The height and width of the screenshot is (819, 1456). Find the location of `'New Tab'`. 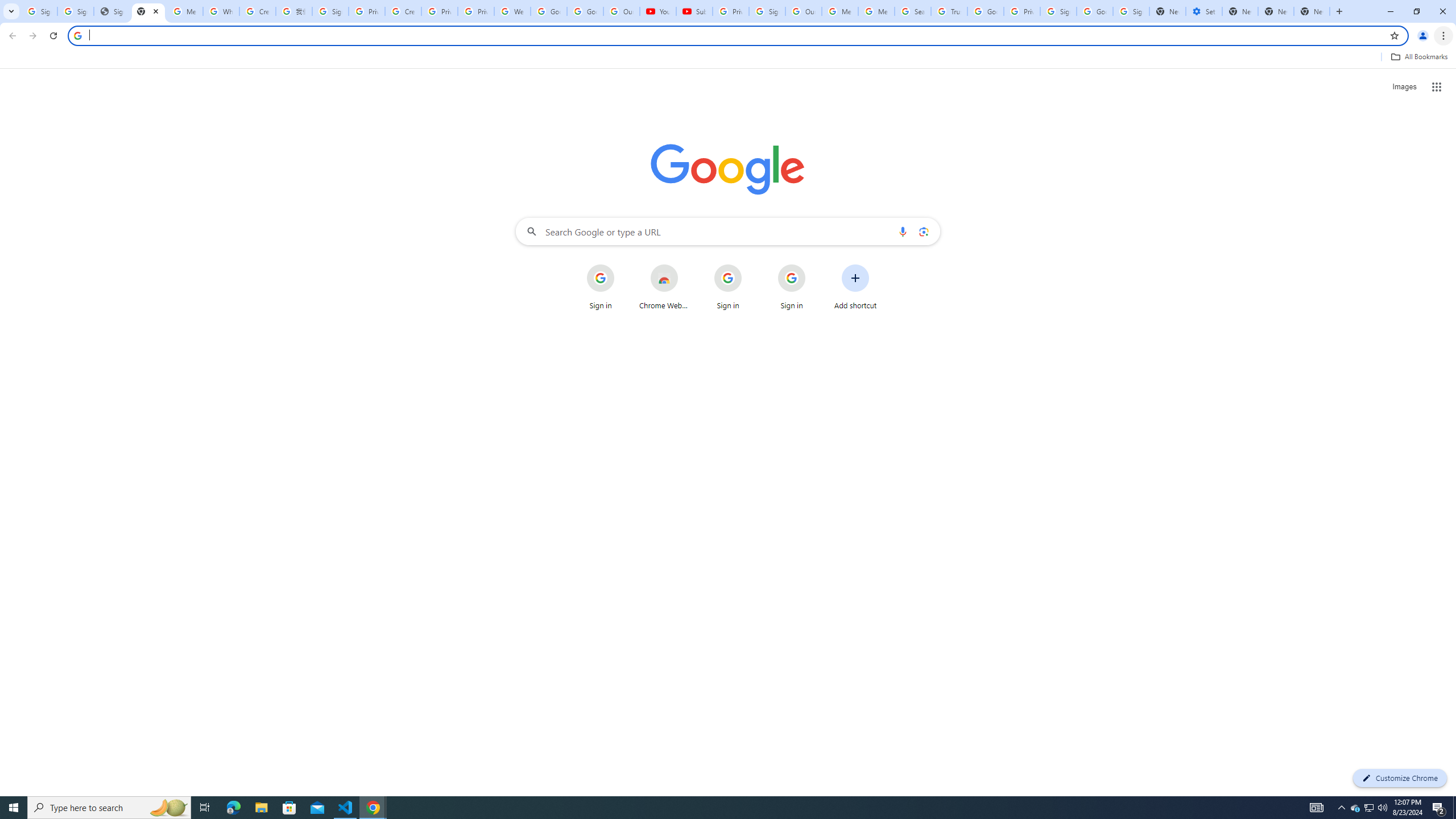

'New Tab' is located at coordinates (1312, 11).